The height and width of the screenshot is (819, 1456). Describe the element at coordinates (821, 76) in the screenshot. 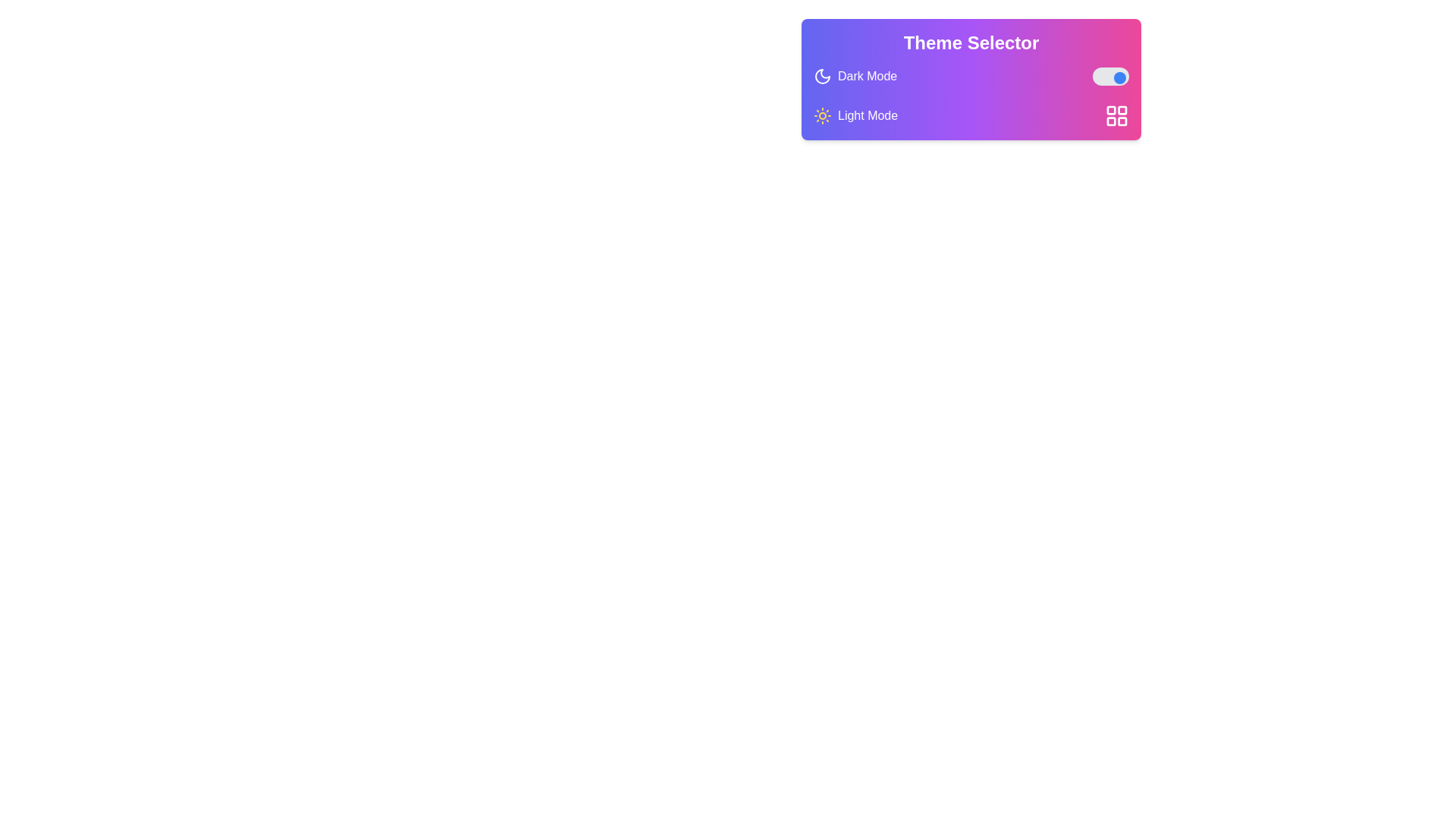

I see `the 'Dark Mode' icon located to the left of the 'Dark Mode' label in the theme selector section for context` at that location.